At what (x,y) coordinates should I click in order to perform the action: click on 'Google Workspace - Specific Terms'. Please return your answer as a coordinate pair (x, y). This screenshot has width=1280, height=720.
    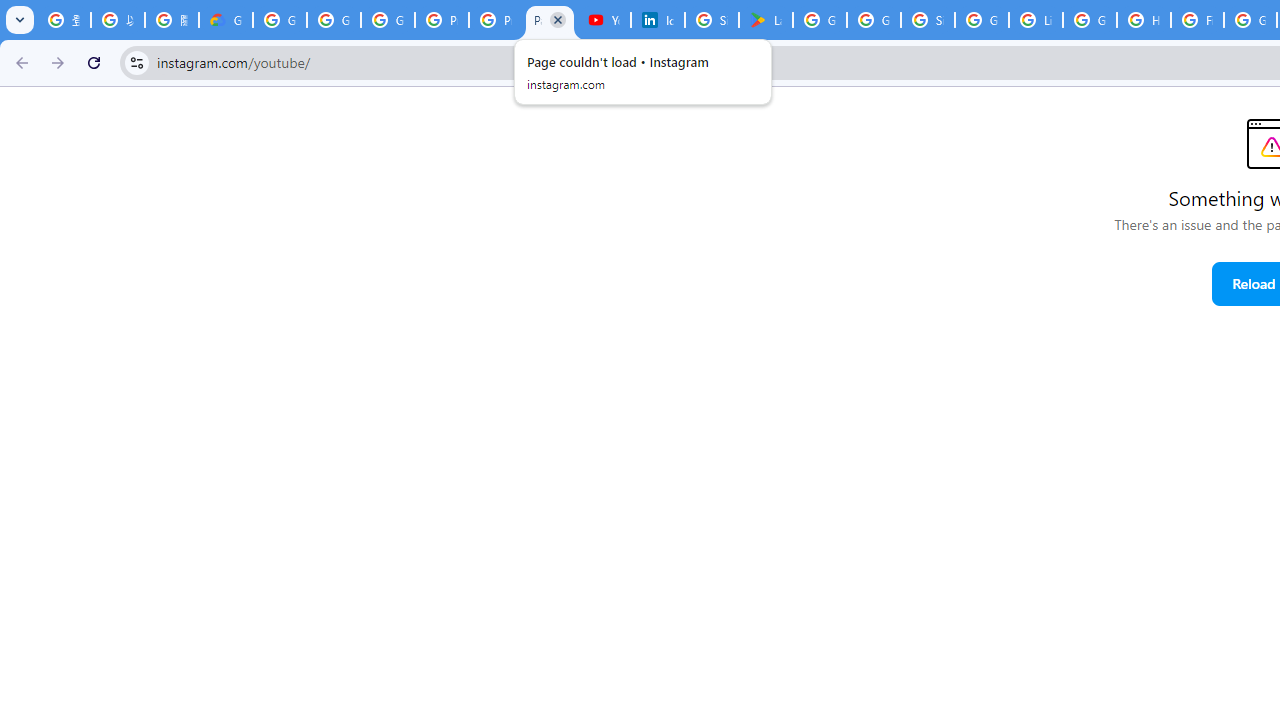
    Looking at the image, I should click on (874, 20).